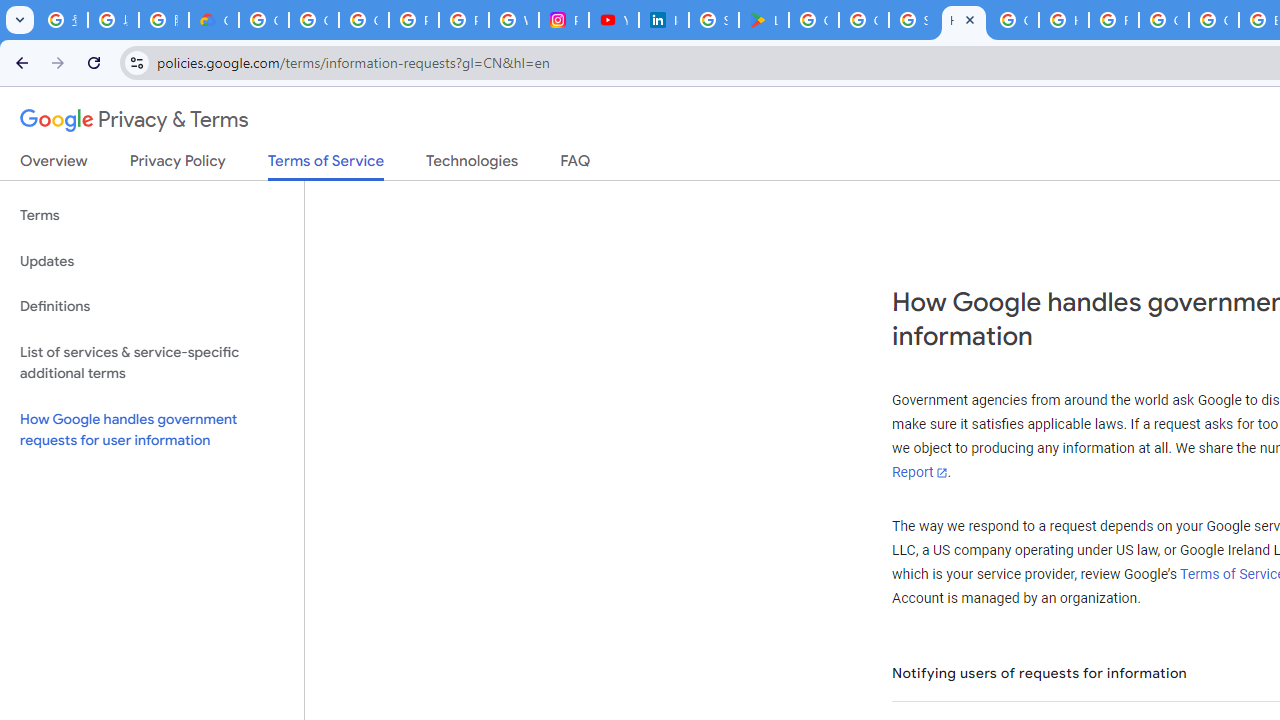  Describe the element at coordinates (913, 20) in the screenshot. I see `'Sign in - Google Accounts'` at that location.